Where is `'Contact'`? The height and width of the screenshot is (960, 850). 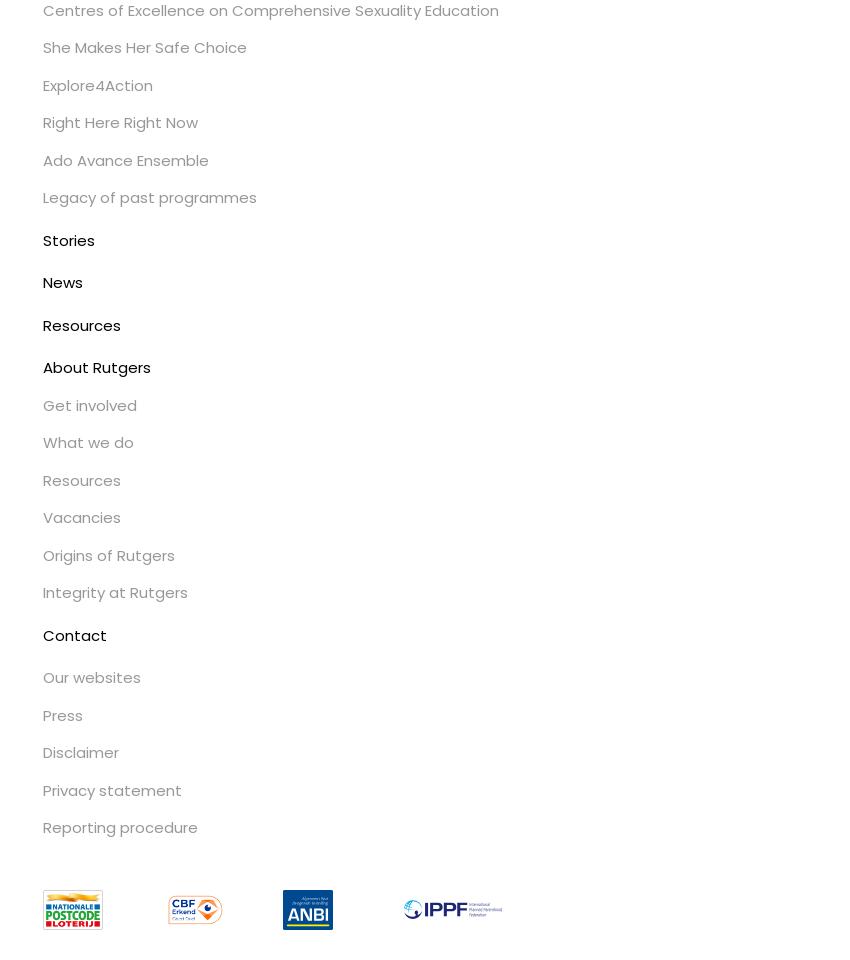 'Contact' is located at coordinates (74, 633).